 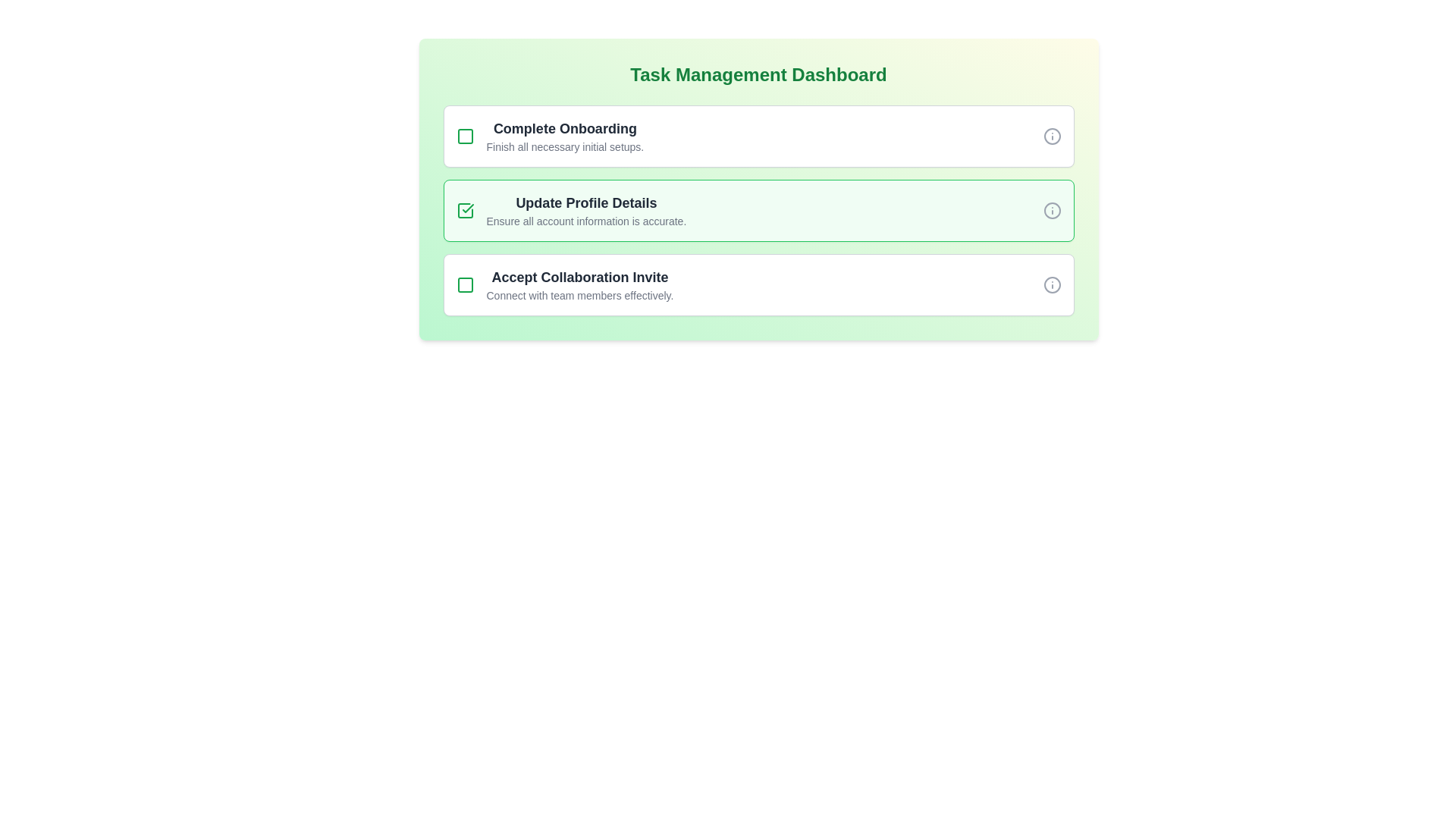 I want to click on the textual content displaying 'Complete Onboarding' and its subtitle 'Finish all necessary initial setups.' in the Task Management Dashboard, so click(x=564, y=136).